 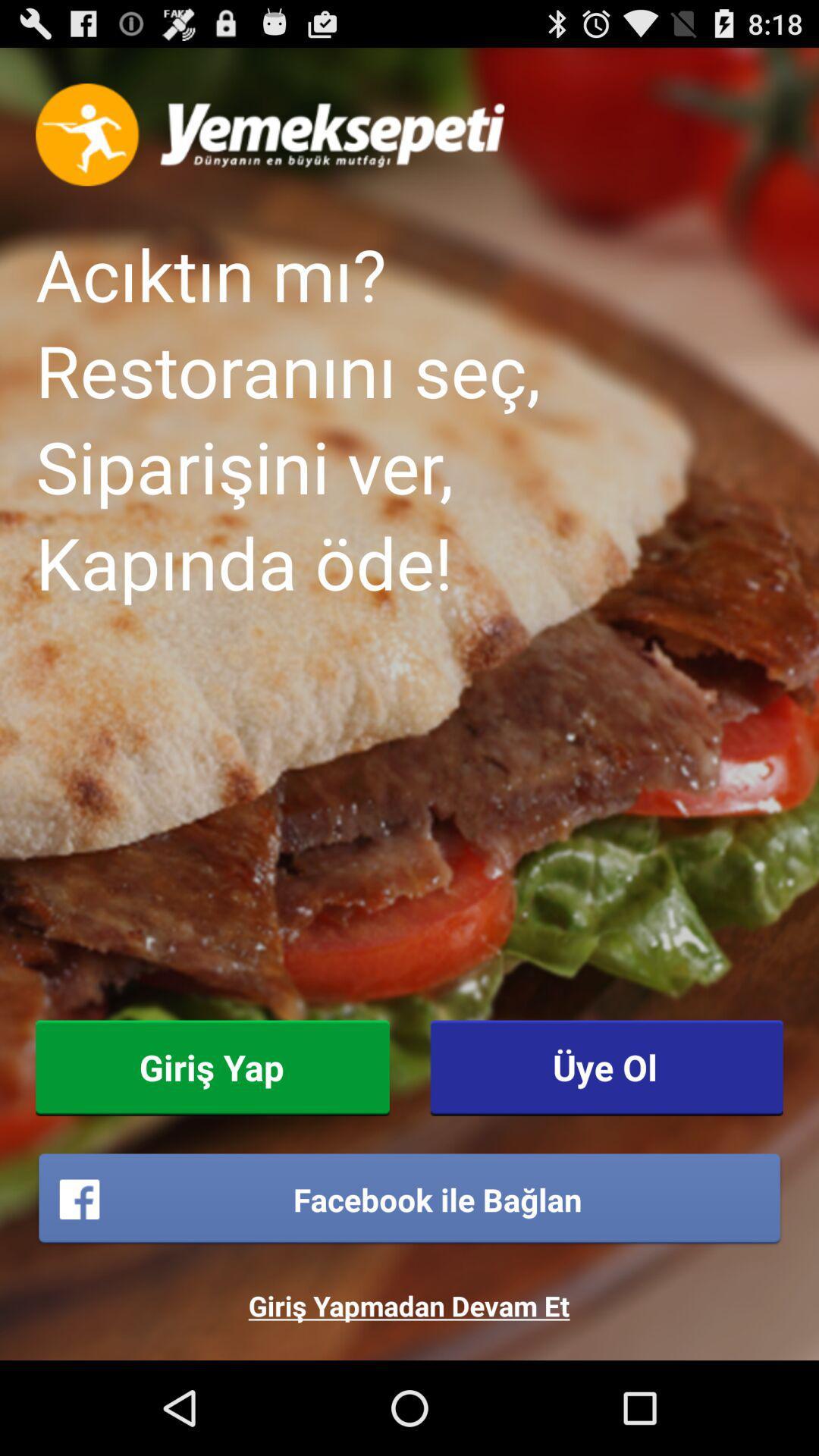 What do you see at coordinates (212, 1067) in the screenshot?
I see `the icon at the bottom left corner` at bounding box center [212, 1067].